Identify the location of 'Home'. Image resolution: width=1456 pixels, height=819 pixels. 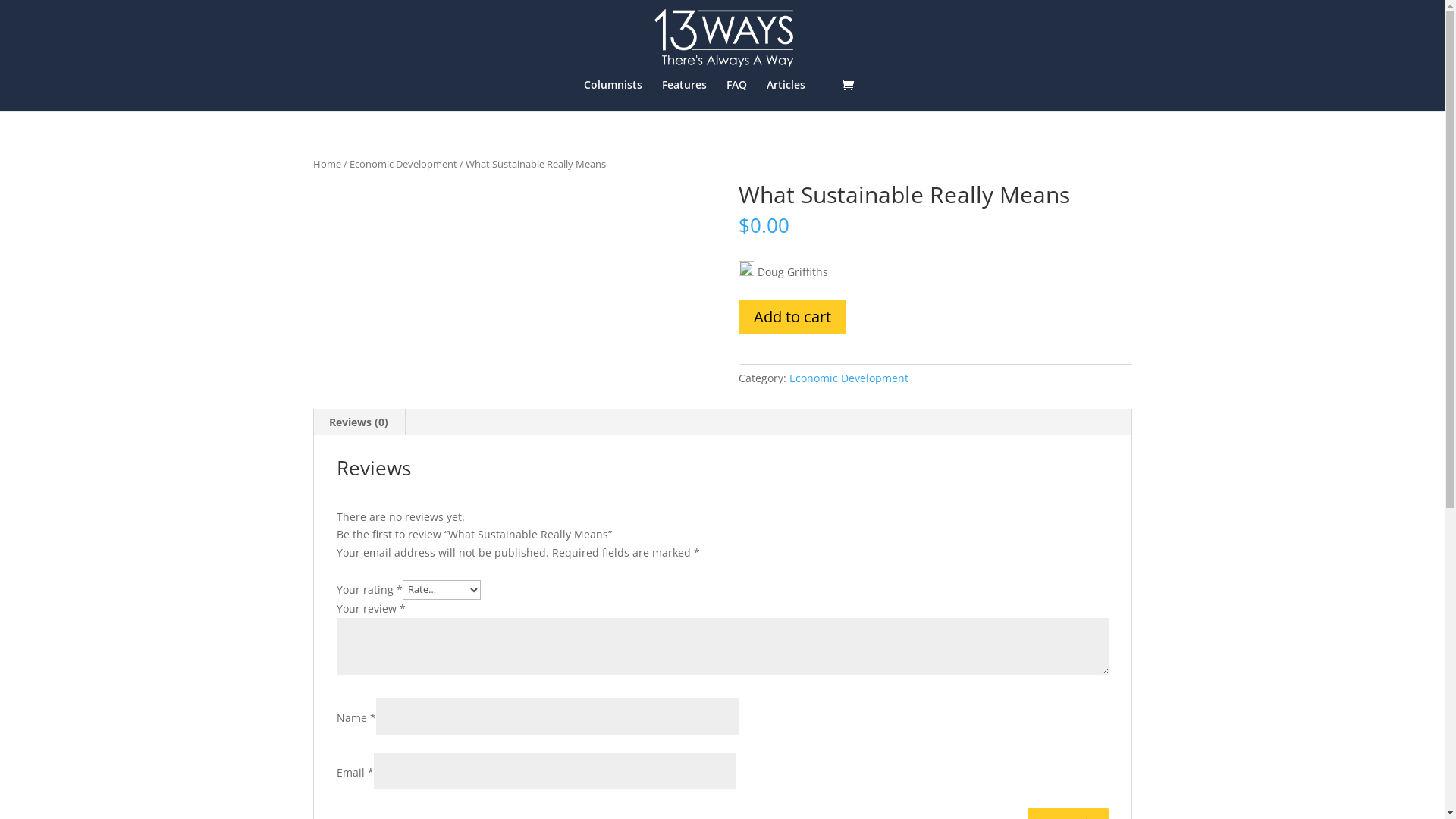
(325, 164).